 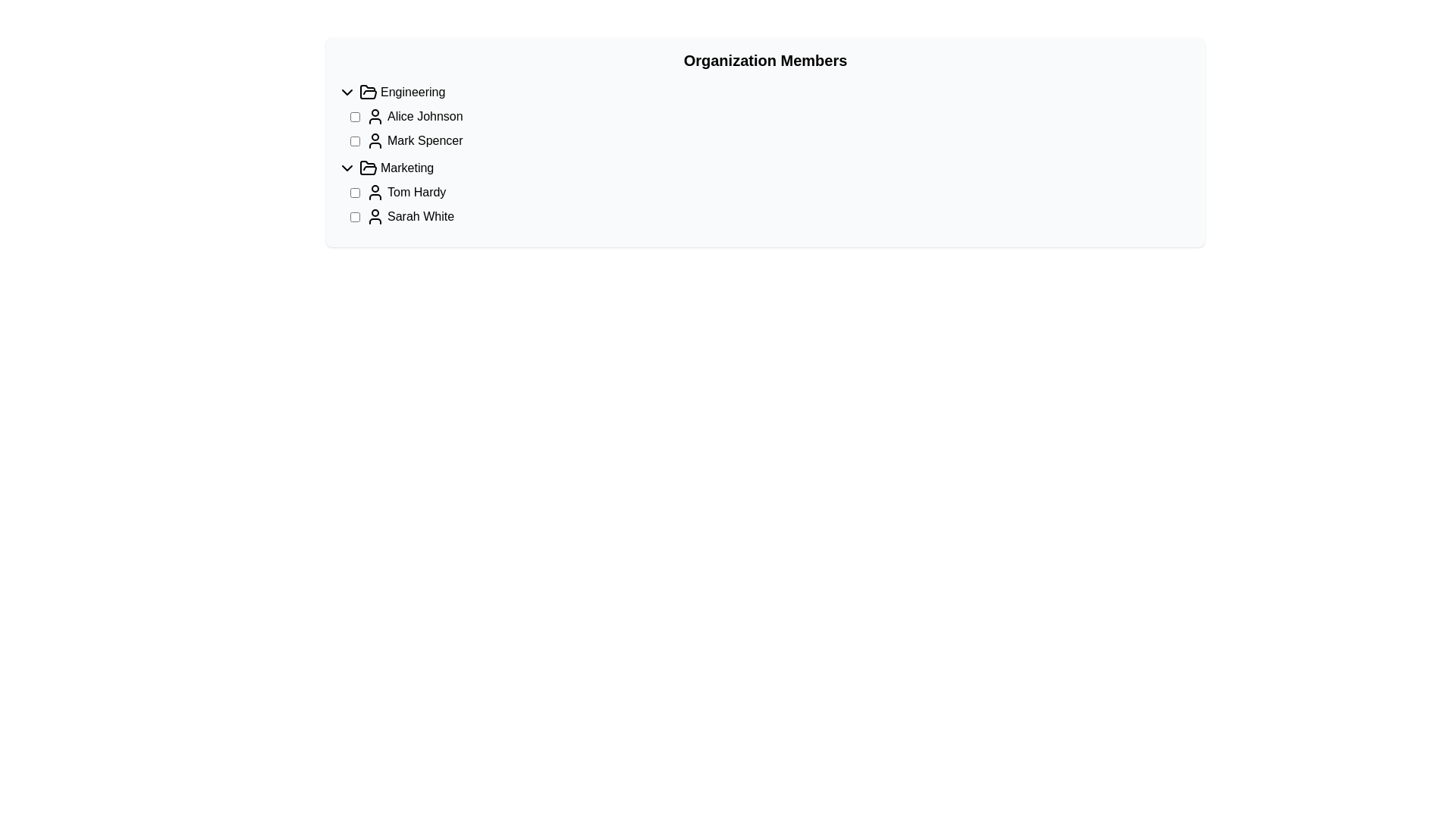 What do you see at coordinates (354, 116) in the screenshot?
I see `the checkbox` at bounding box center [354, 116].